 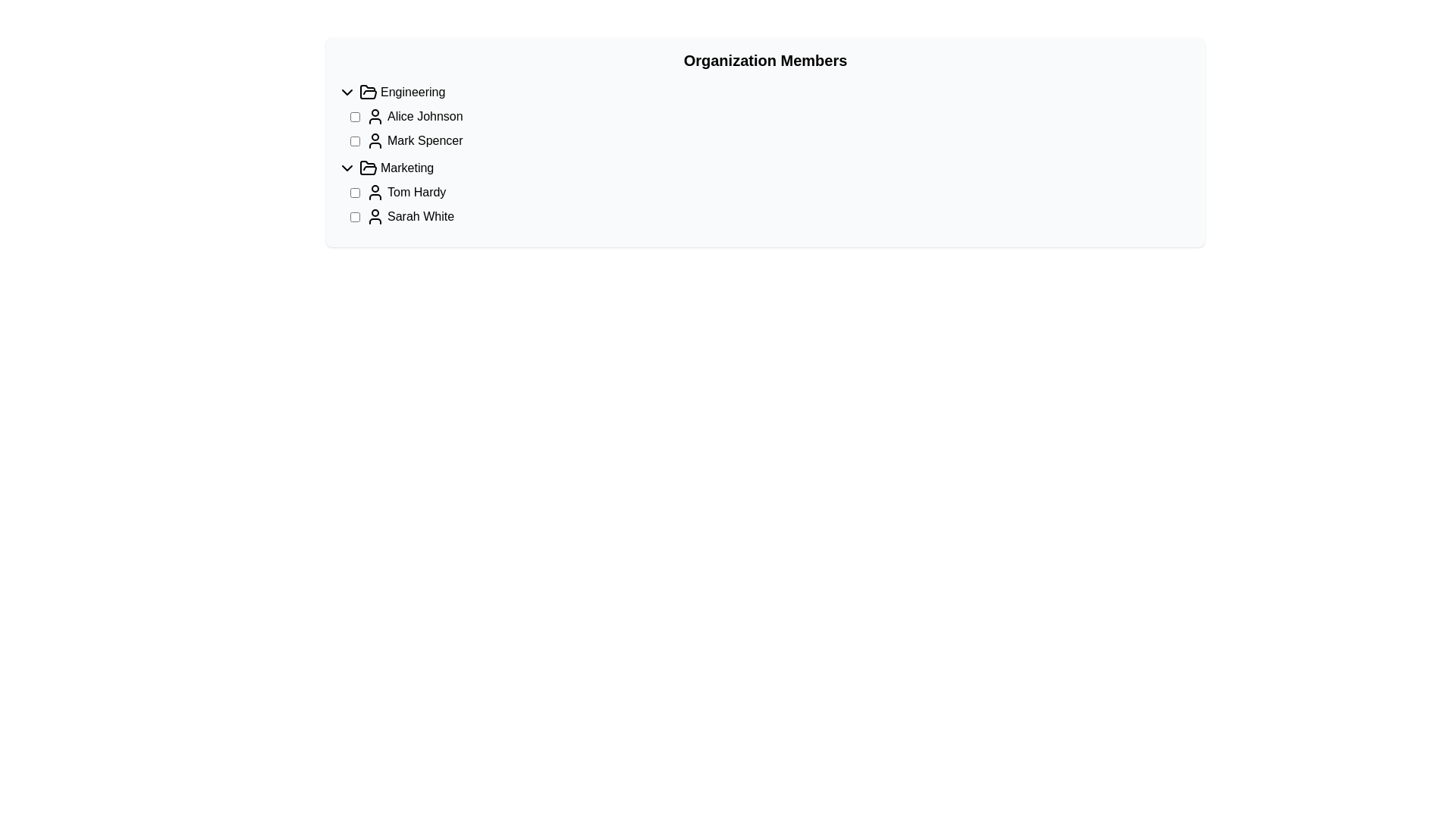 What do you see at coordinates (354, 116) in the screenshot?
I see `the checkbox` at bounding box center [354, 116].